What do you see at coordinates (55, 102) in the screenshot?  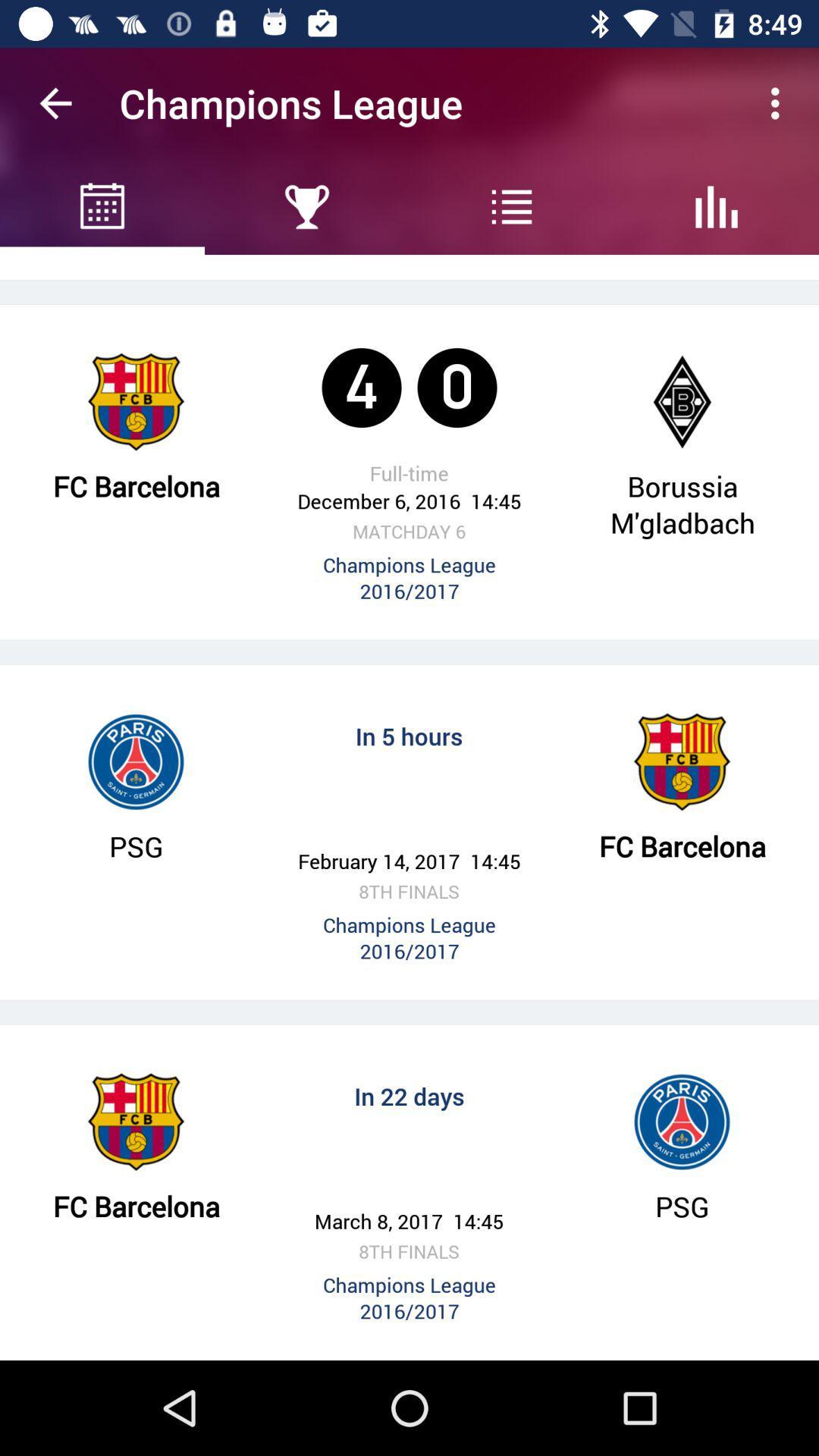 I see `item to the left of champions league item` at bounding box center [55, 102].